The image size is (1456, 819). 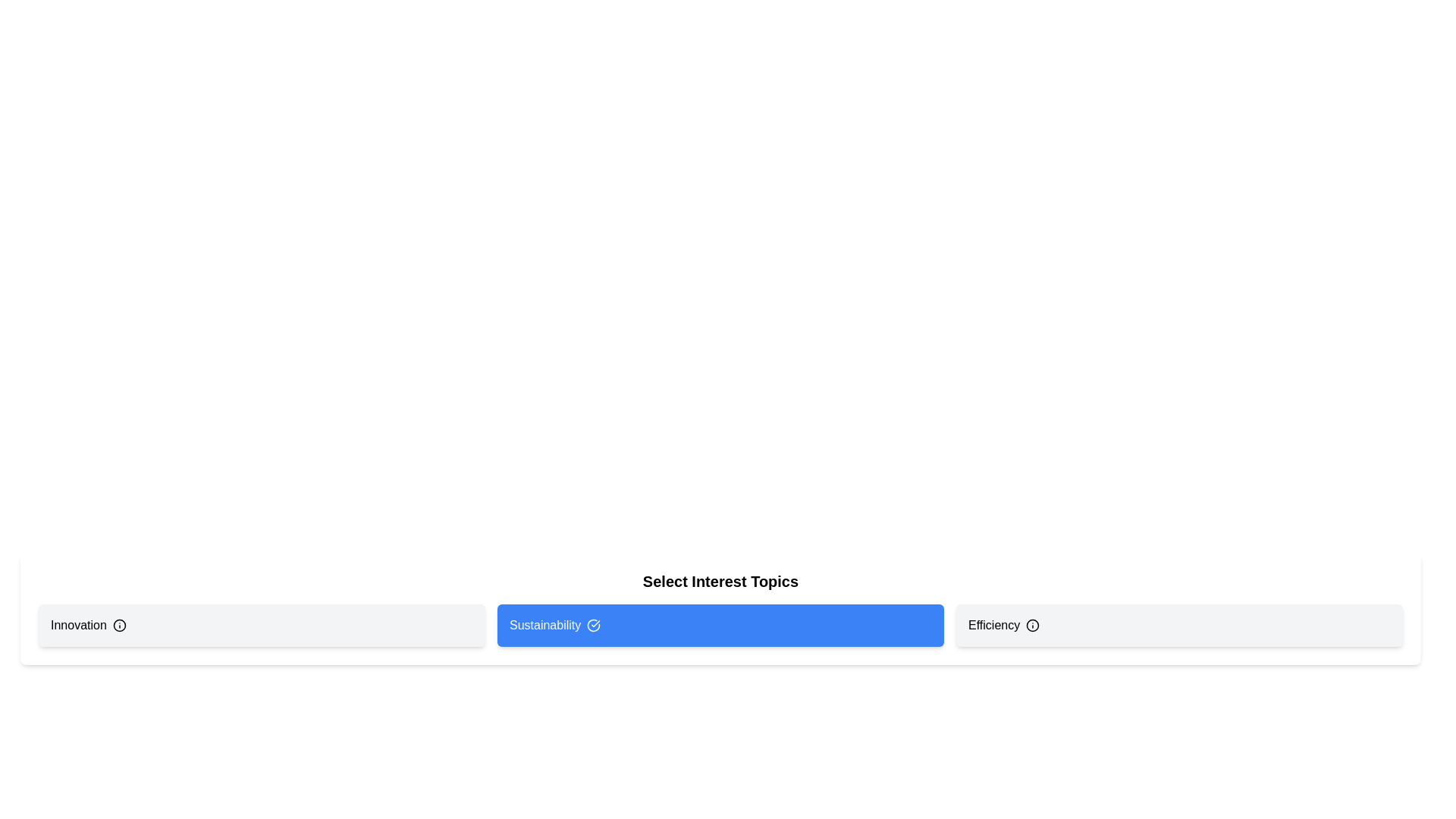 I want to click on the 'Innovation' tag to toggle its selection, so click(x=262, y=626).